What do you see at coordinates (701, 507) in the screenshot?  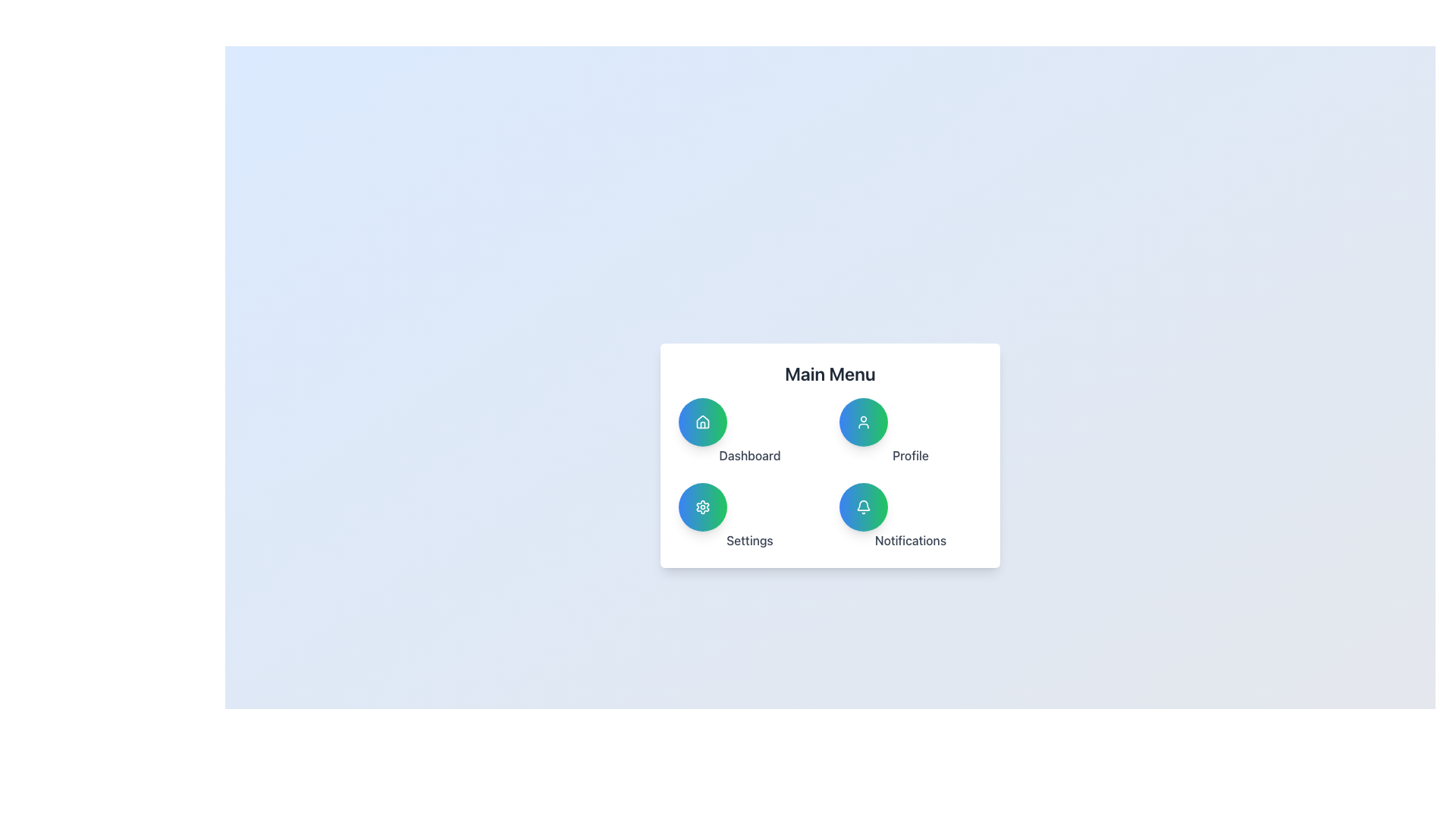 I see `the cog-shaped settings icon located in the bottom-left corner of the 2x2 icon grid below the title 'Main Menu'` at bounding box center [701, 507].